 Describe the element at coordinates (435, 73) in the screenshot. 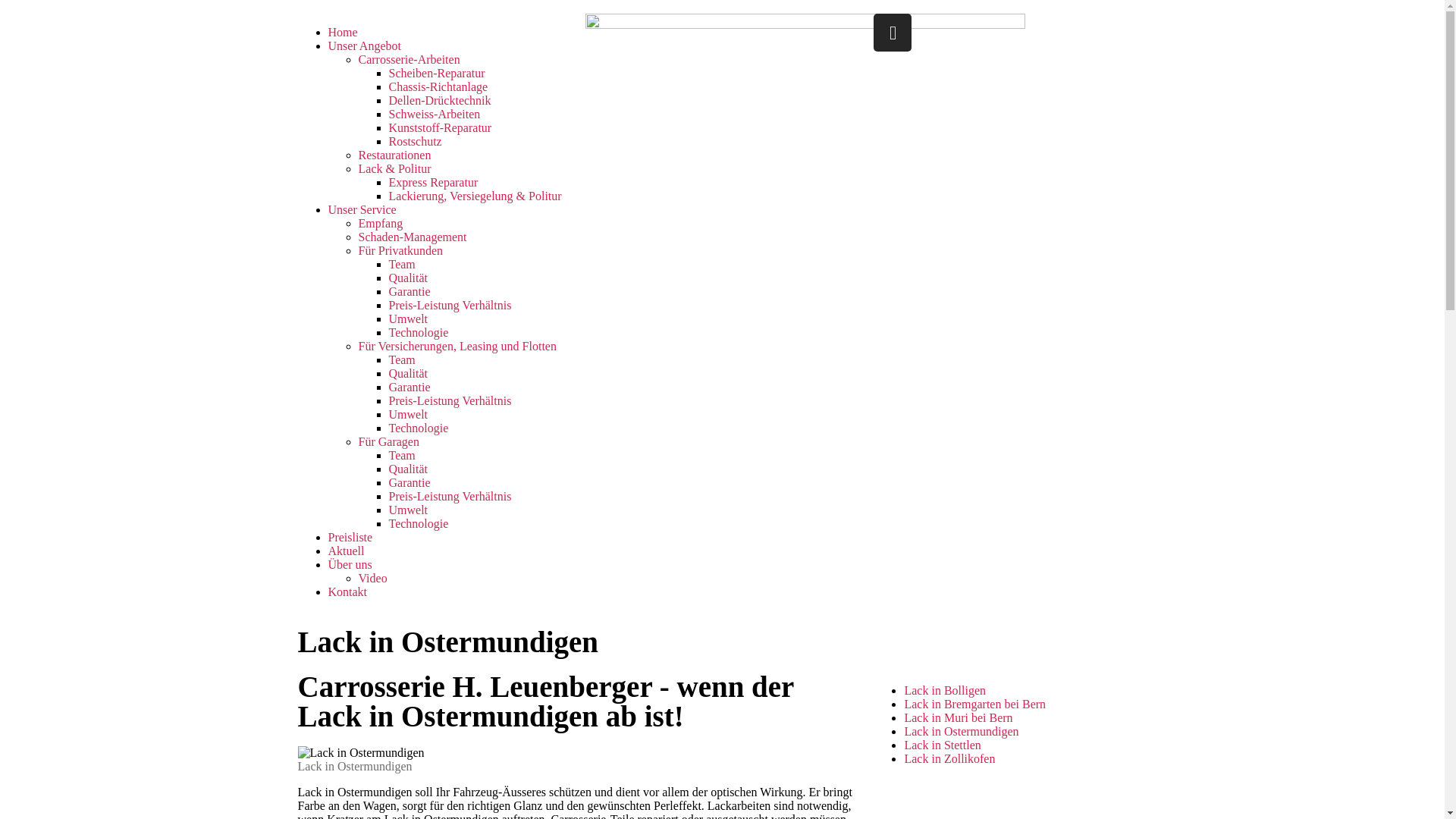

I see `'Scheiben-Reparatur'` at that location.